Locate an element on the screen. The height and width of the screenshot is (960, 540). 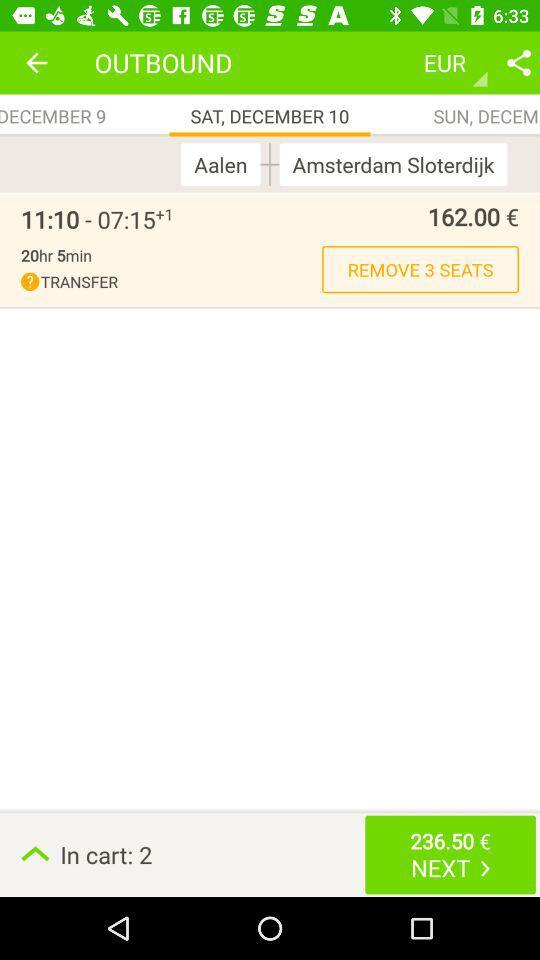
share is located at coordinates (518, 62).